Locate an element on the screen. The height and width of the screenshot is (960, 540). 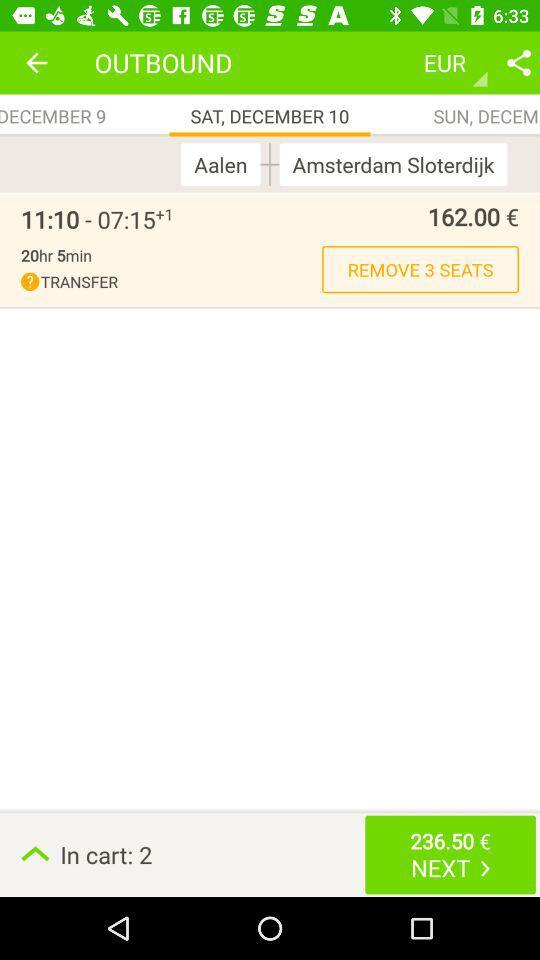
share is located at coordinates (518, 62).